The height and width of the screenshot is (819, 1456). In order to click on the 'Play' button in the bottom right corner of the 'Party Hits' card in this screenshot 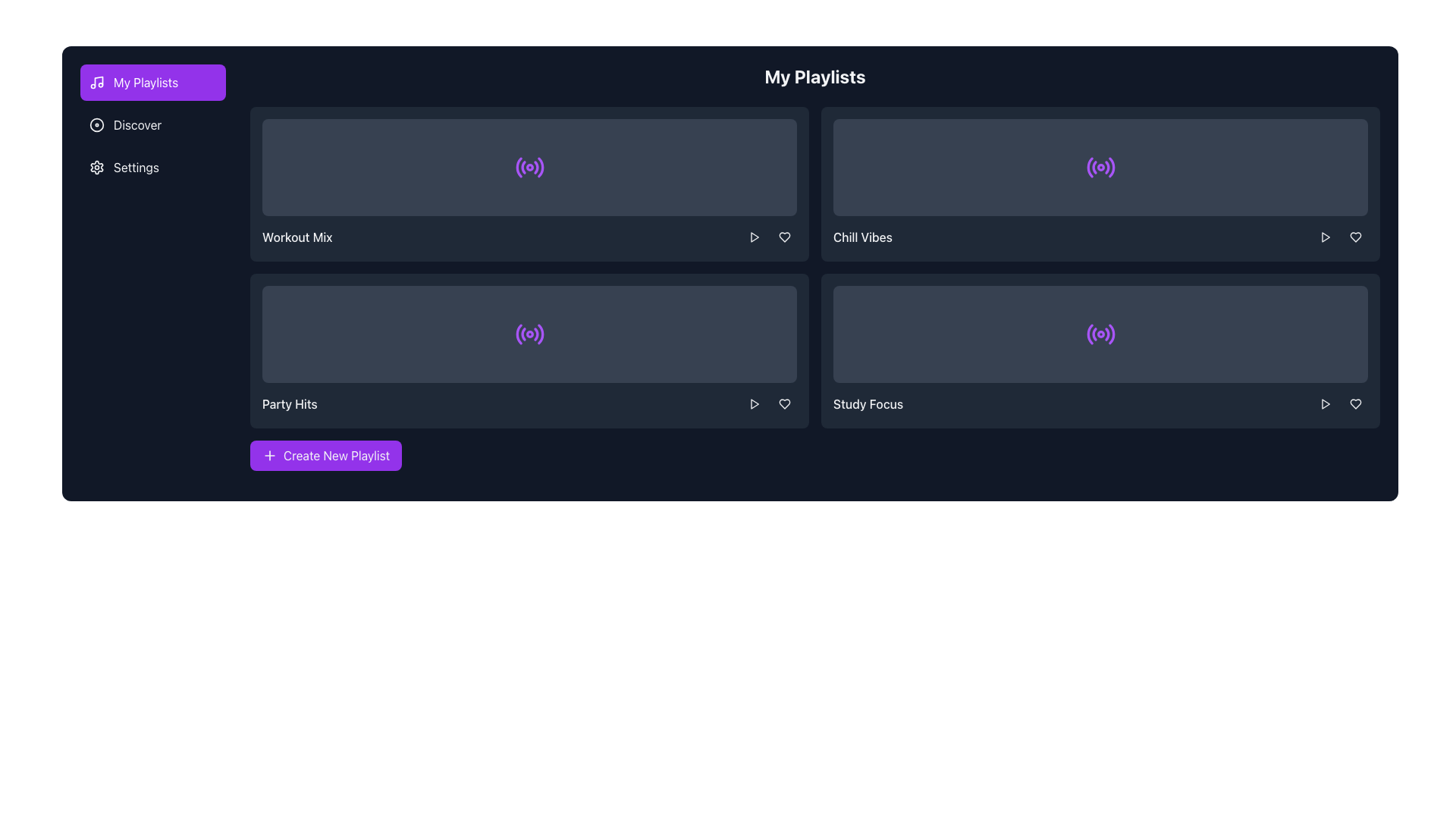, I will do `click(754, 403)`.